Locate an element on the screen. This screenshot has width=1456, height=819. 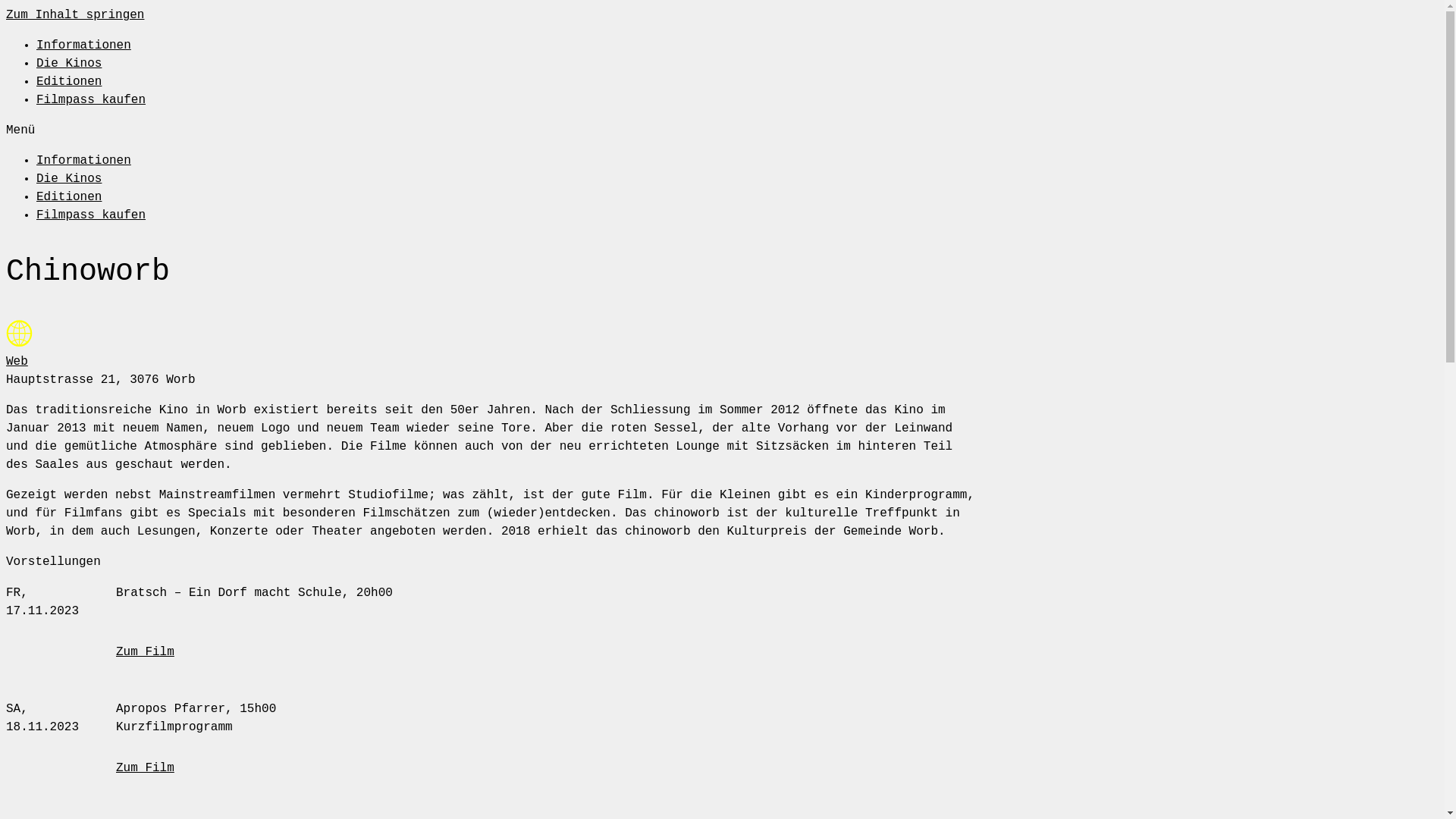
'Die Kinos' is located at coordinates (36, 63).